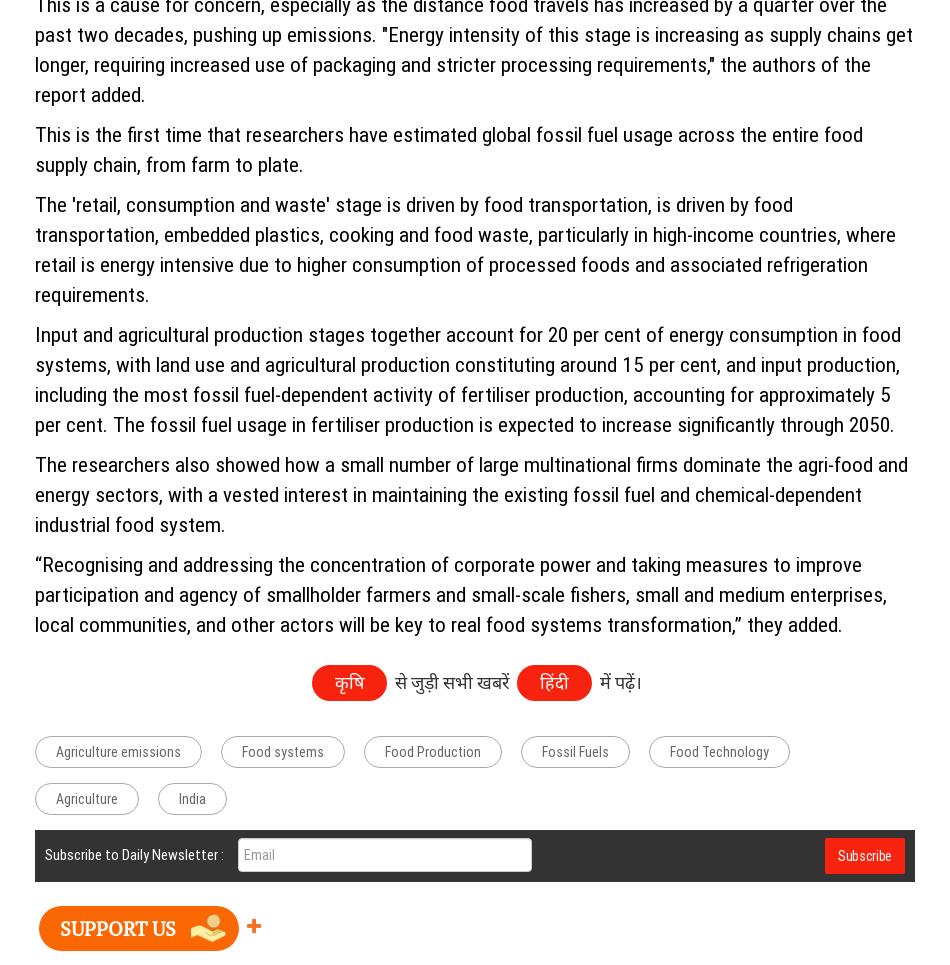 The height and width of the screenshot is (965, 950). Describe the element at coordinates (134, 853) in the screenshot. I see `'Subscribe to Daily Newsletter :'` at that location.